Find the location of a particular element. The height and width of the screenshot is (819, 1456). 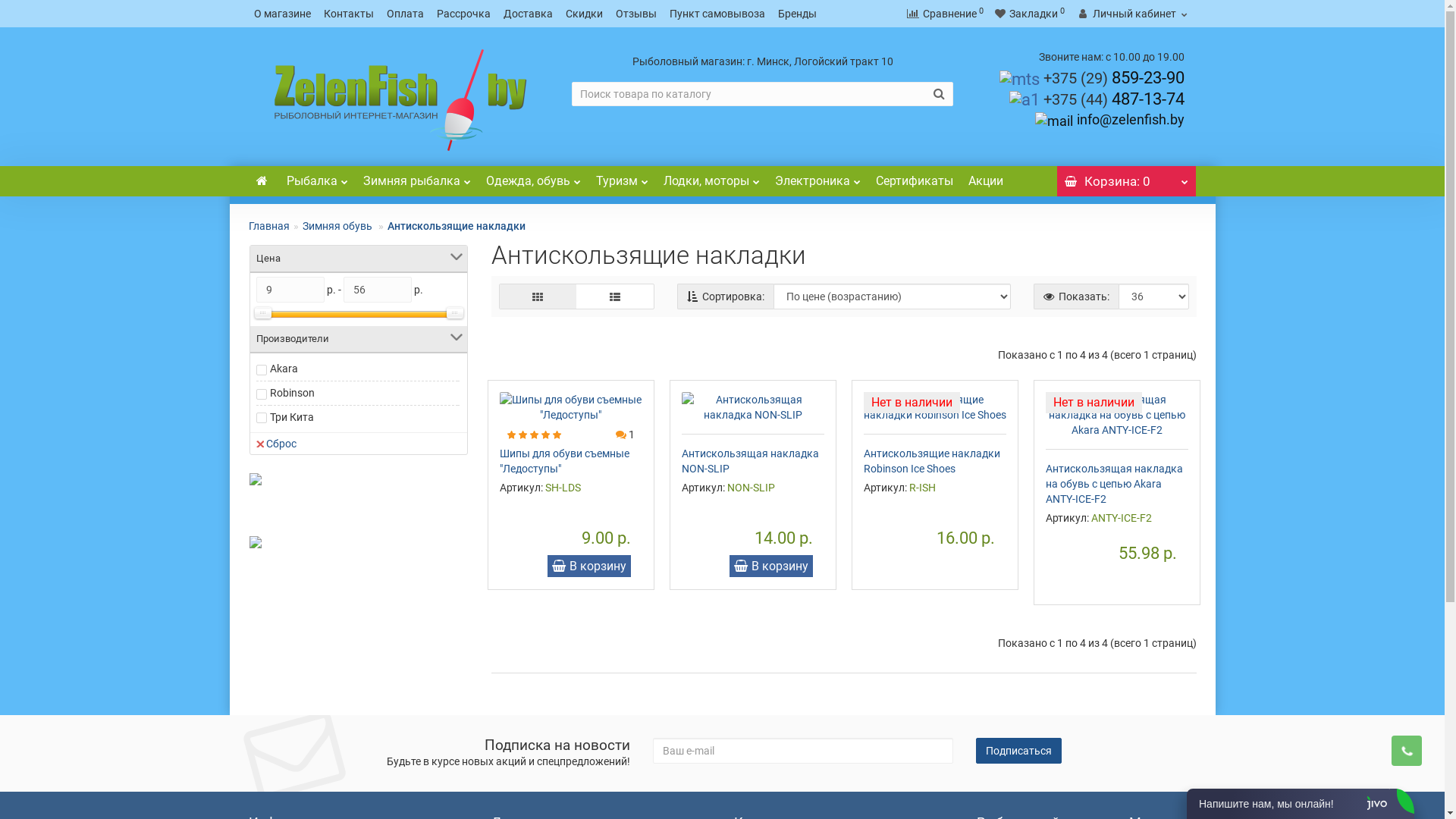

'Robinson' is located at coordinates (292, 391).